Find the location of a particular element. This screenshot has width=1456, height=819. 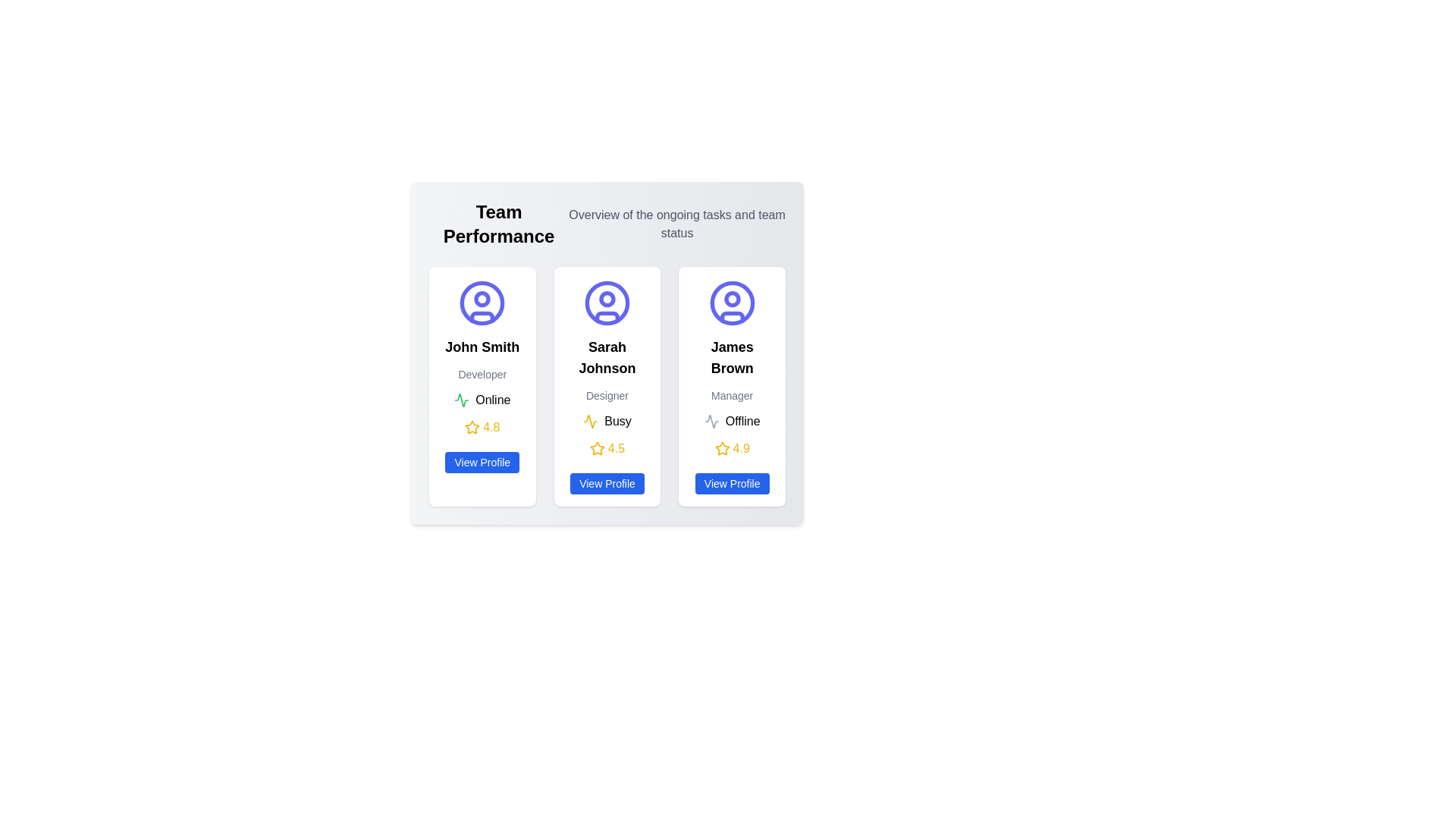

the 'Busy' status indicator text with a wavy line icon in Sarah Johnson's profile card is located at coordinates (607, 421).